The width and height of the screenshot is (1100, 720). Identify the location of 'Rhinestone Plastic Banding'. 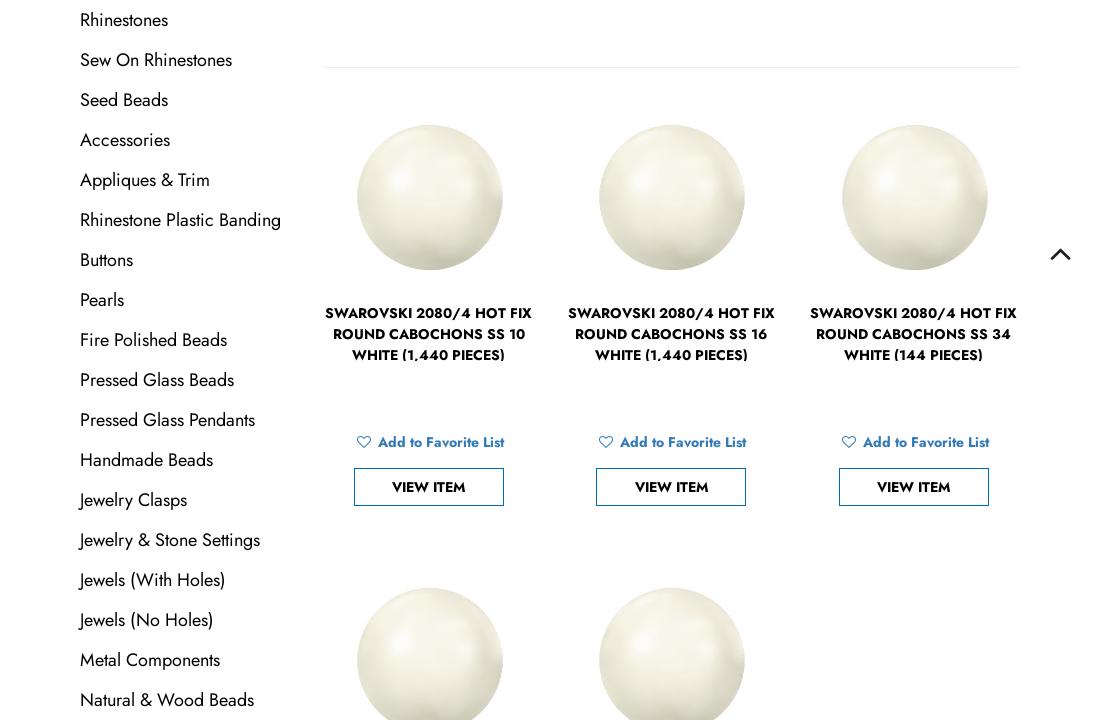
(79, 220).